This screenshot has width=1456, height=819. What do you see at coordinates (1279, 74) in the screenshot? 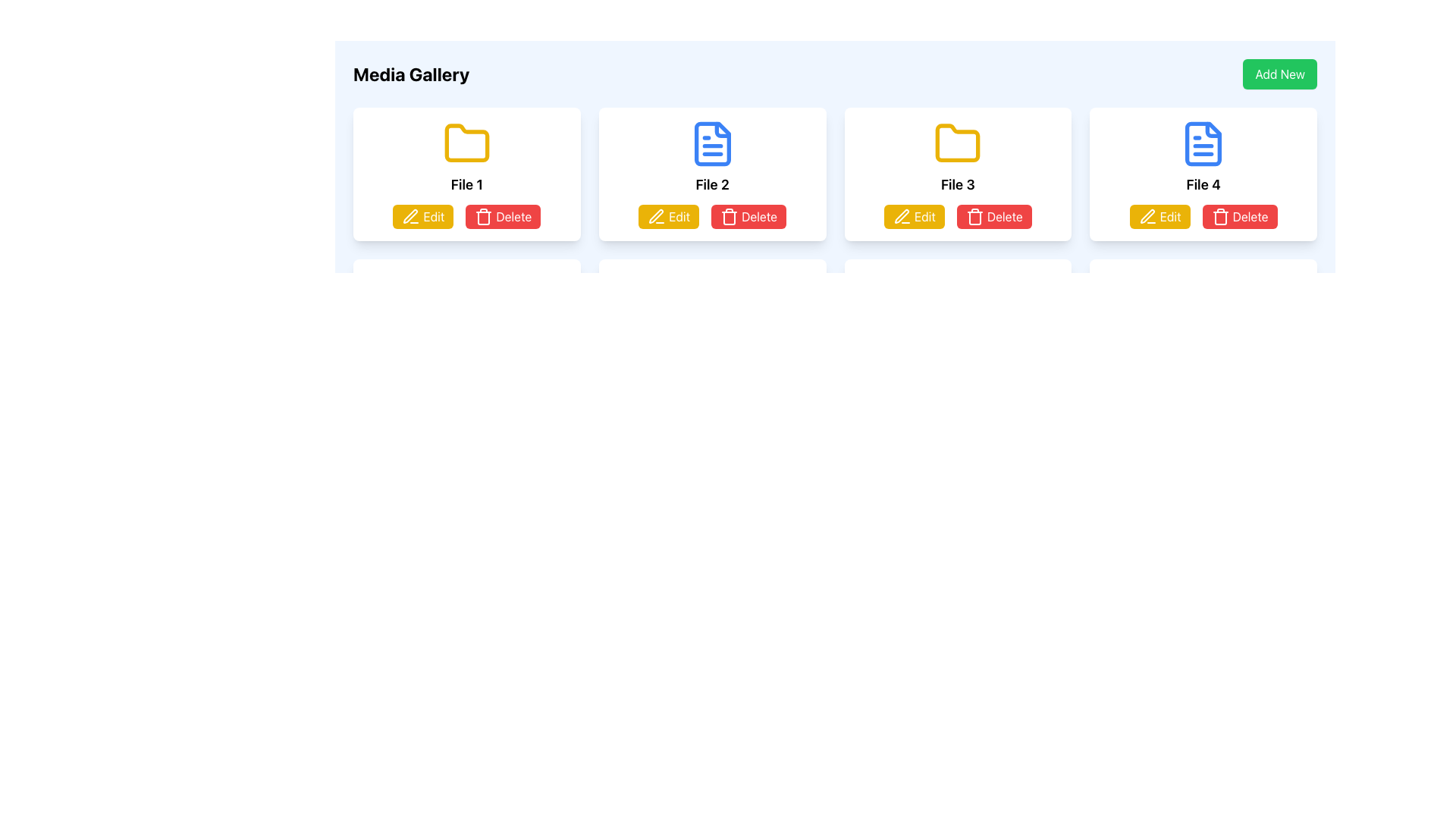
I see `the rectangular green button labeled 'Add New' located at the top-right corner of the interface` at bounding box center [1279, 74].